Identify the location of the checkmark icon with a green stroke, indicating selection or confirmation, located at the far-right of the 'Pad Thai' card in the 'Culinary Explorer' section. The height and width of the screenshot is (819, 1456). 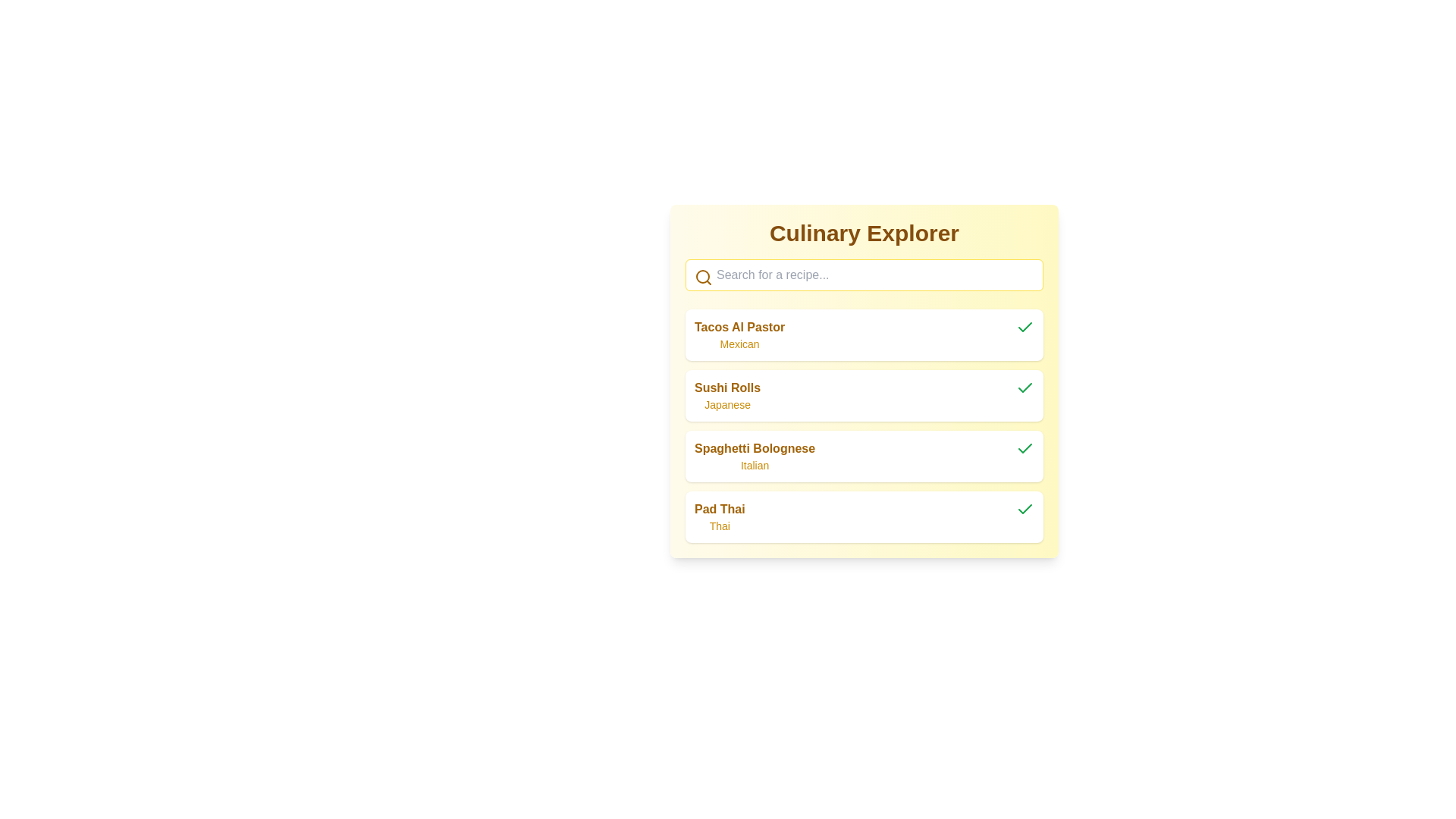
(1025, 509).